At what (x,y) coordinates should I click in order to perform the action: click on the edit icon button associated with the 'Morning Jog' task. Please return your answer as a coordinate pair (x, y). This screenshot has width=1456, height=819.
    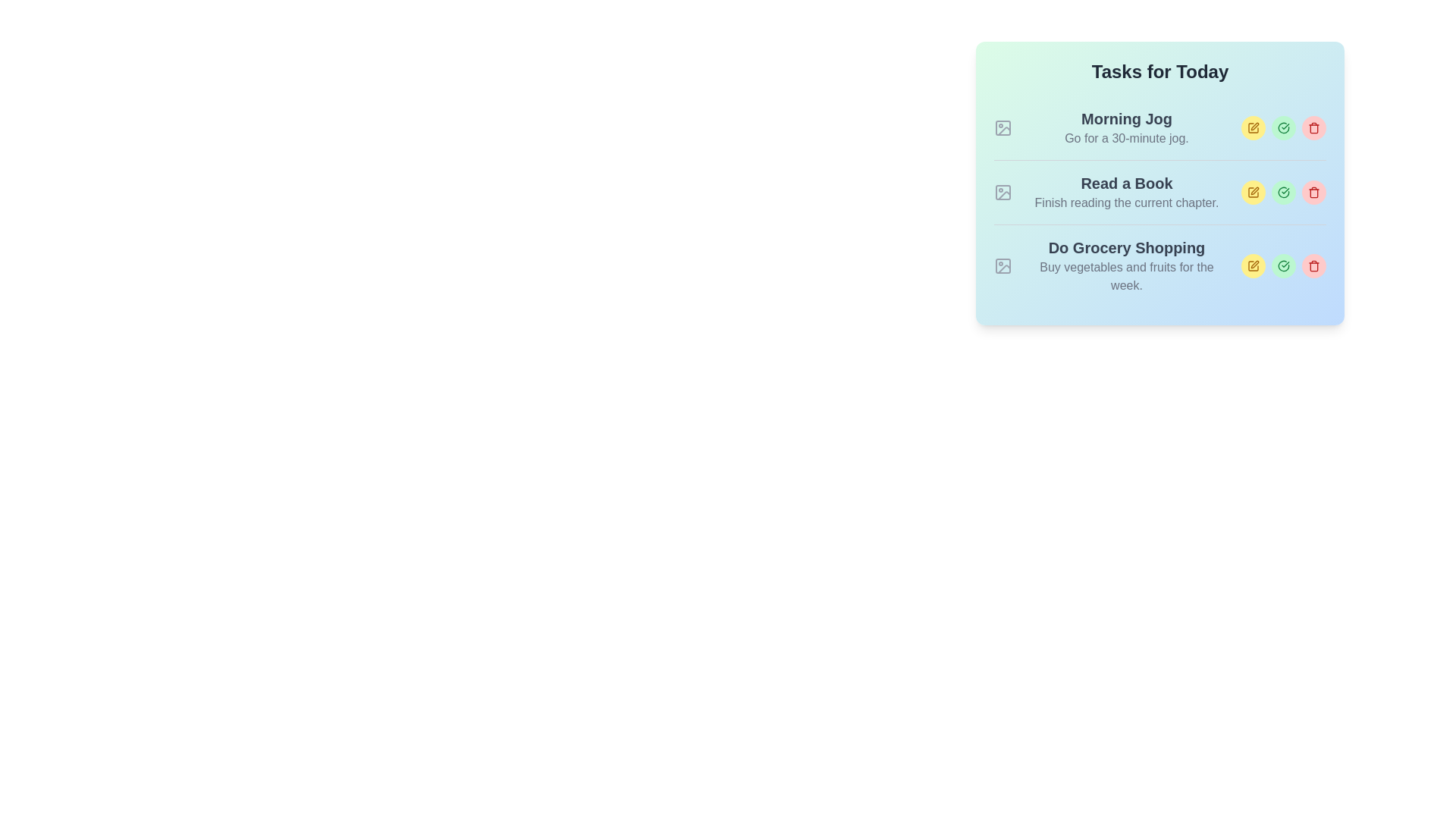
    Looking at the image, I should click on (1253, 127).